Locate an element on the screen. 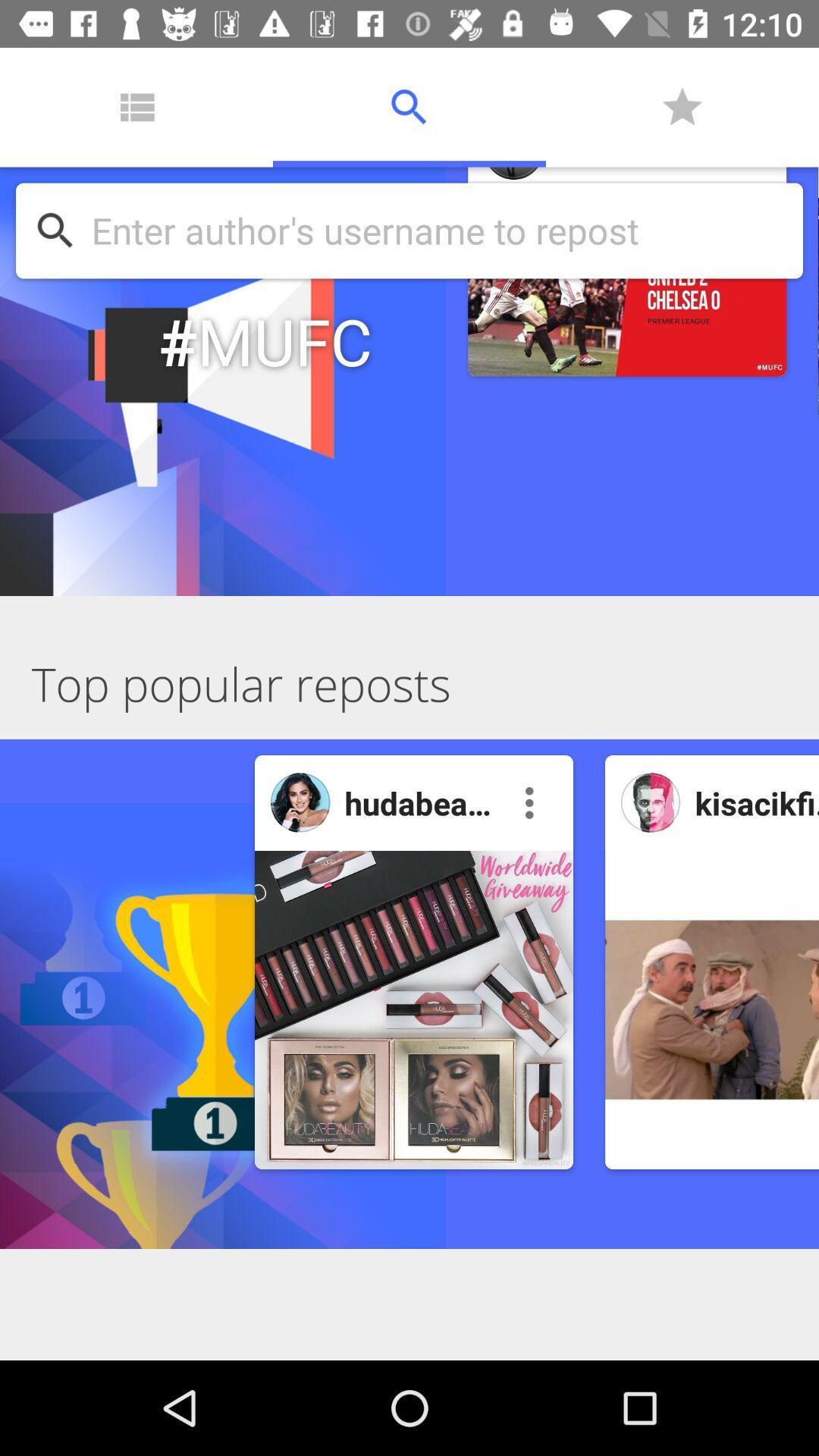 The width and height of the screenshot is (819, 1456). got to the post page is located at coordinates (414, 1009).